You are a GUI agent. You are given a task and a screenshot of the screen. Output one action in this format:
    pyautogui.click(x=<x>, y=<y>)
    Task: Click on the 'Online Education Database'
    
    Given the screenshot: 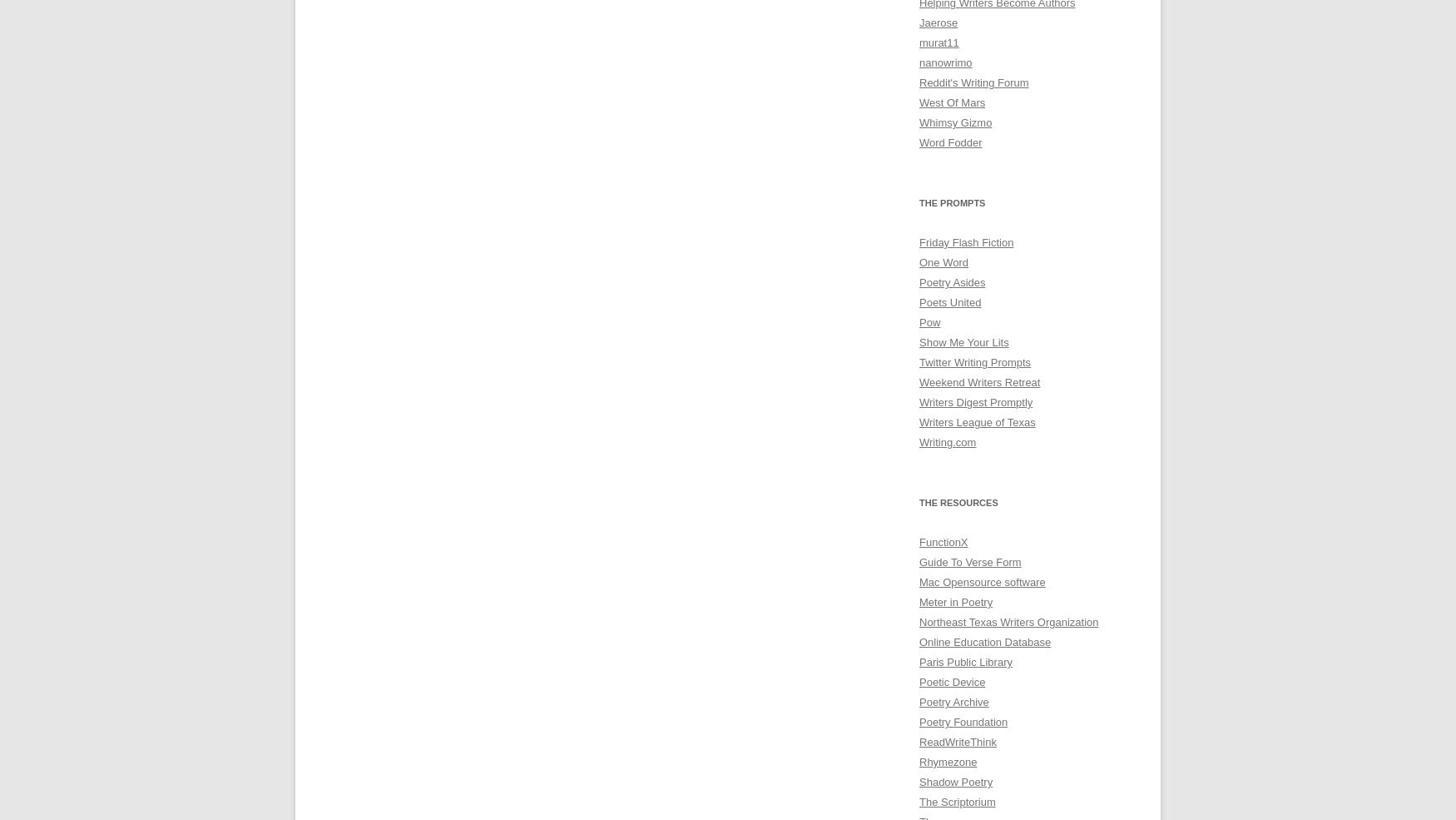 What is the action you would take?
    pyautogui.click(x=984, y=642)
    